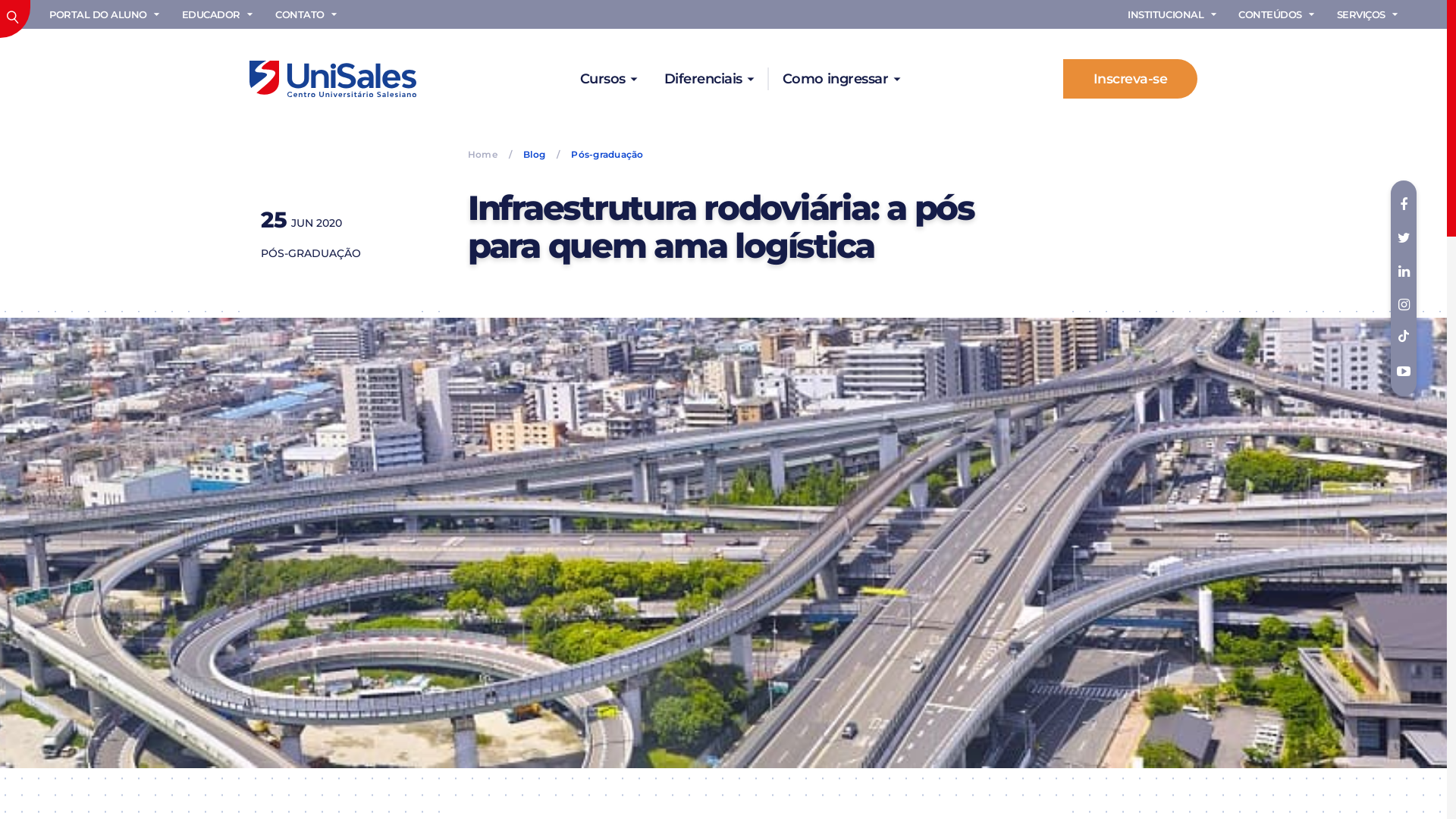  What do you see at coordinates (839, 79) in the screenshot?
I see `'Como ingressar'` at bounding box center [839, 79].